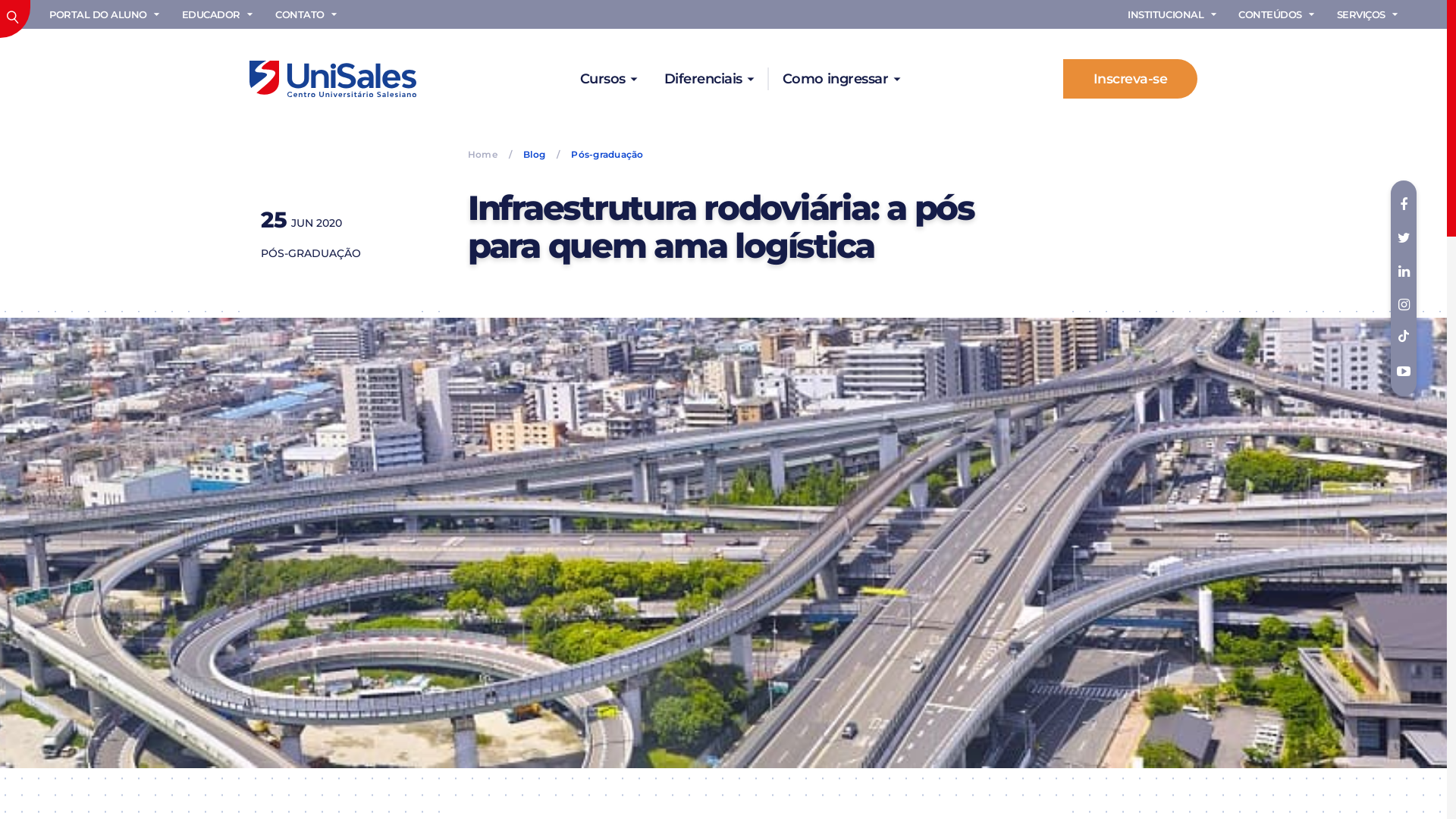  What do you see at coordinates (839, 79) in the screenshot?
I see `'Como ingressar'` at bounding box center [839, 79].